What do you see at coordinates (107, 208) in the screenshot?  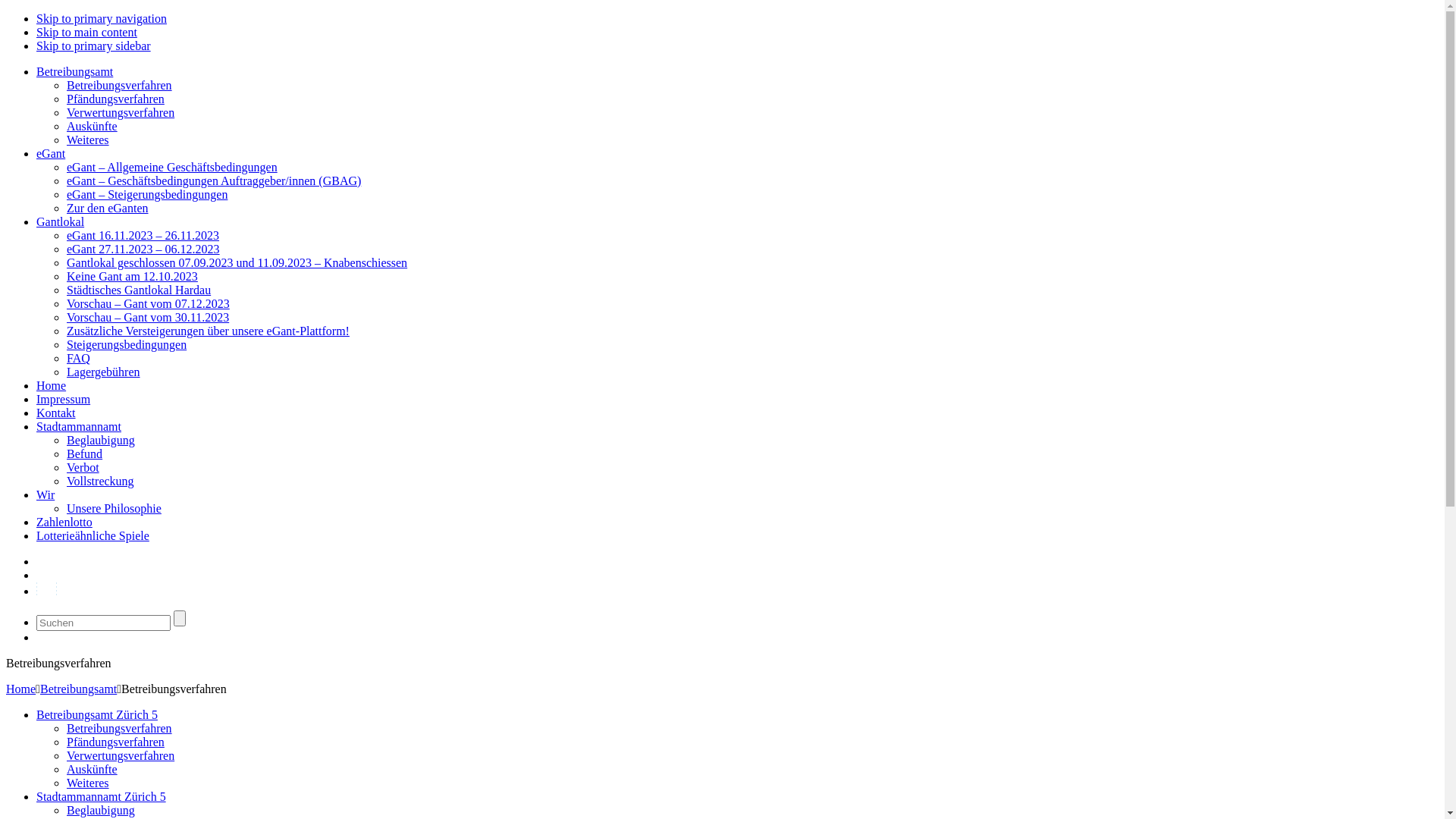 I see `'Zur den eGanten'` at bounding box center [107, 208].